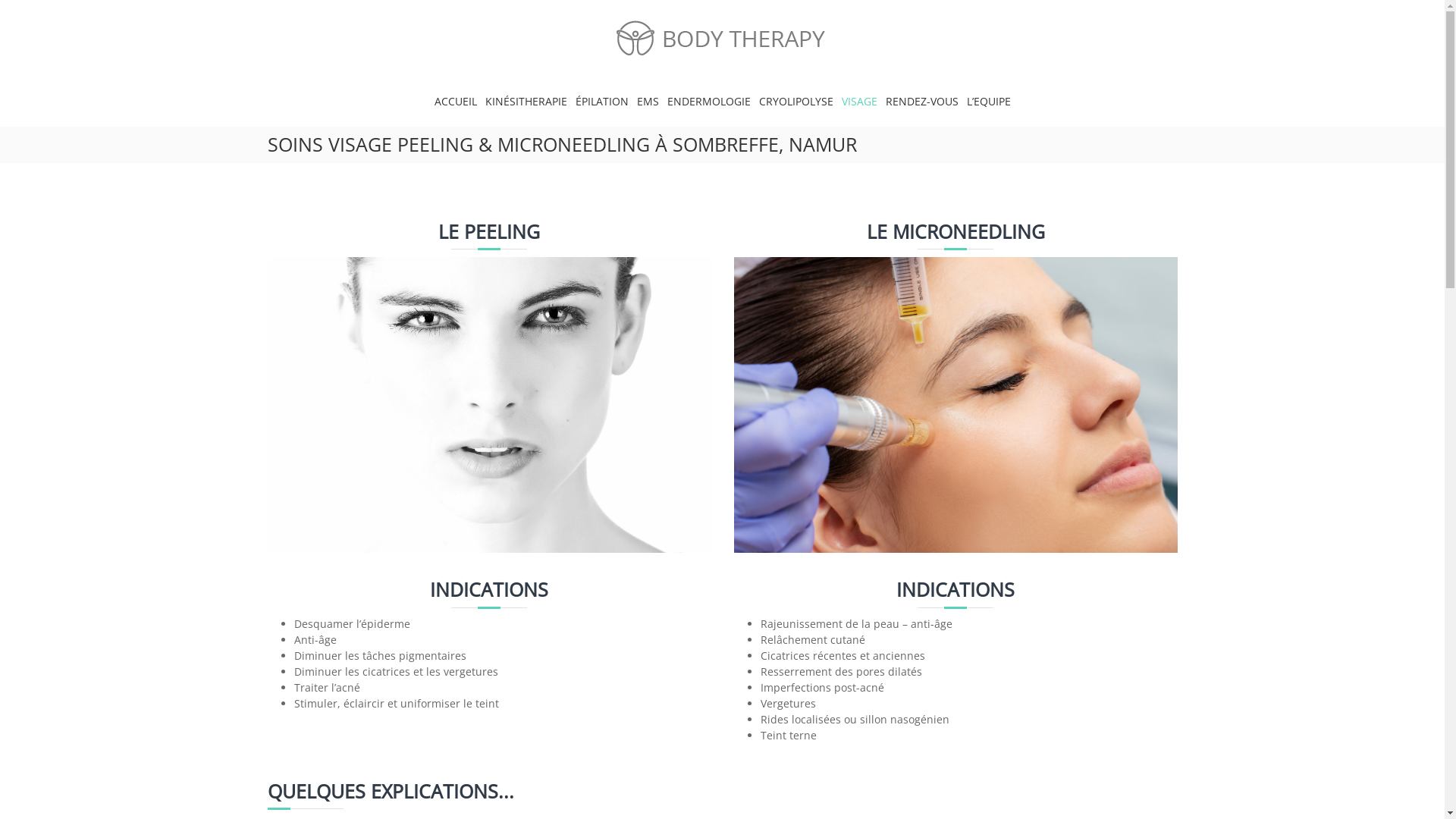  Describe the element at coordinates (454, 101) in the screenshot. I see `'ACCUEIL'` at that location.